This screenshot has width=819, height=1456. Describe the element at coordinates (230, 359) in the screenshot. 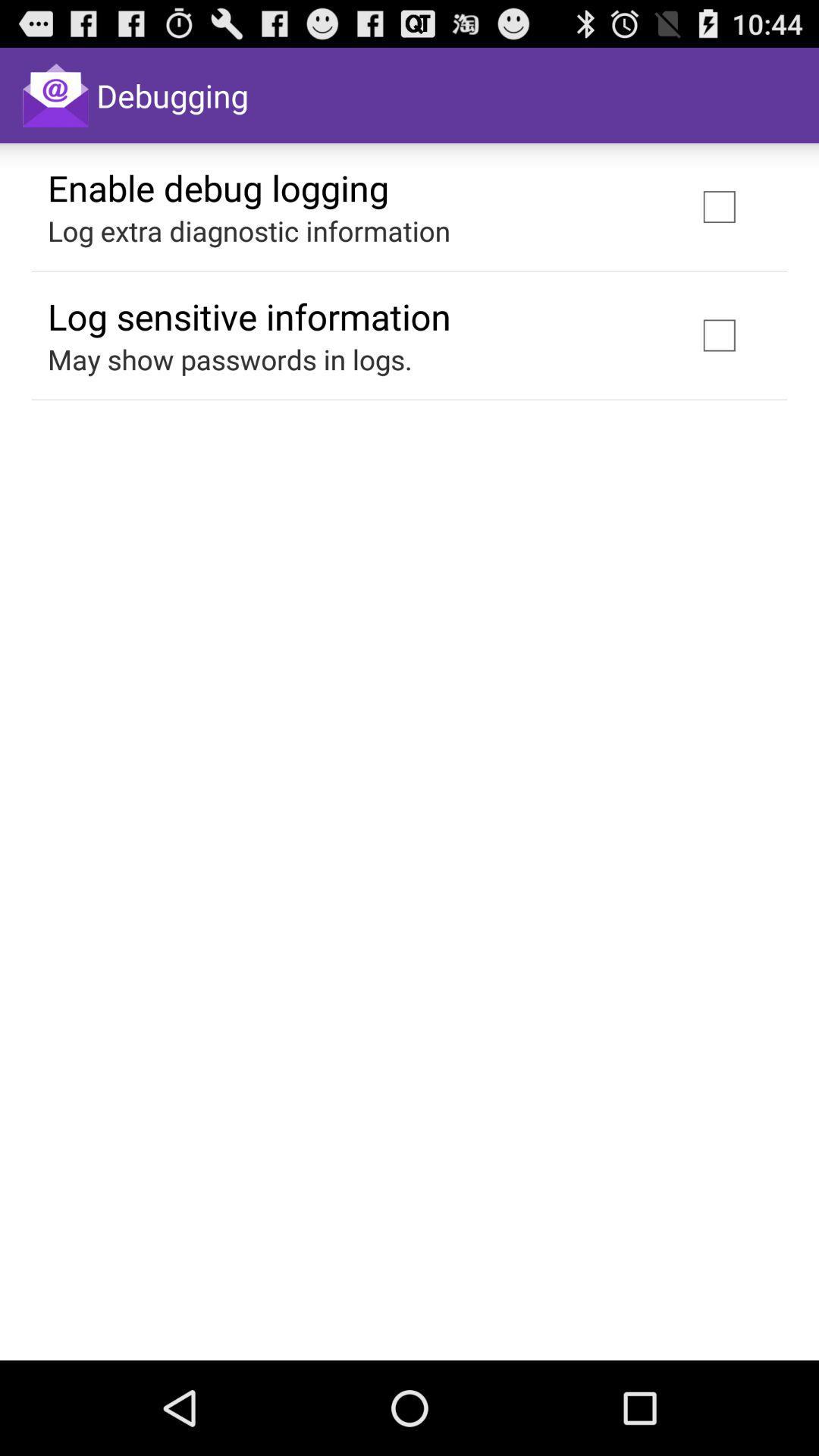

I see `the may show passwords item` at that location.